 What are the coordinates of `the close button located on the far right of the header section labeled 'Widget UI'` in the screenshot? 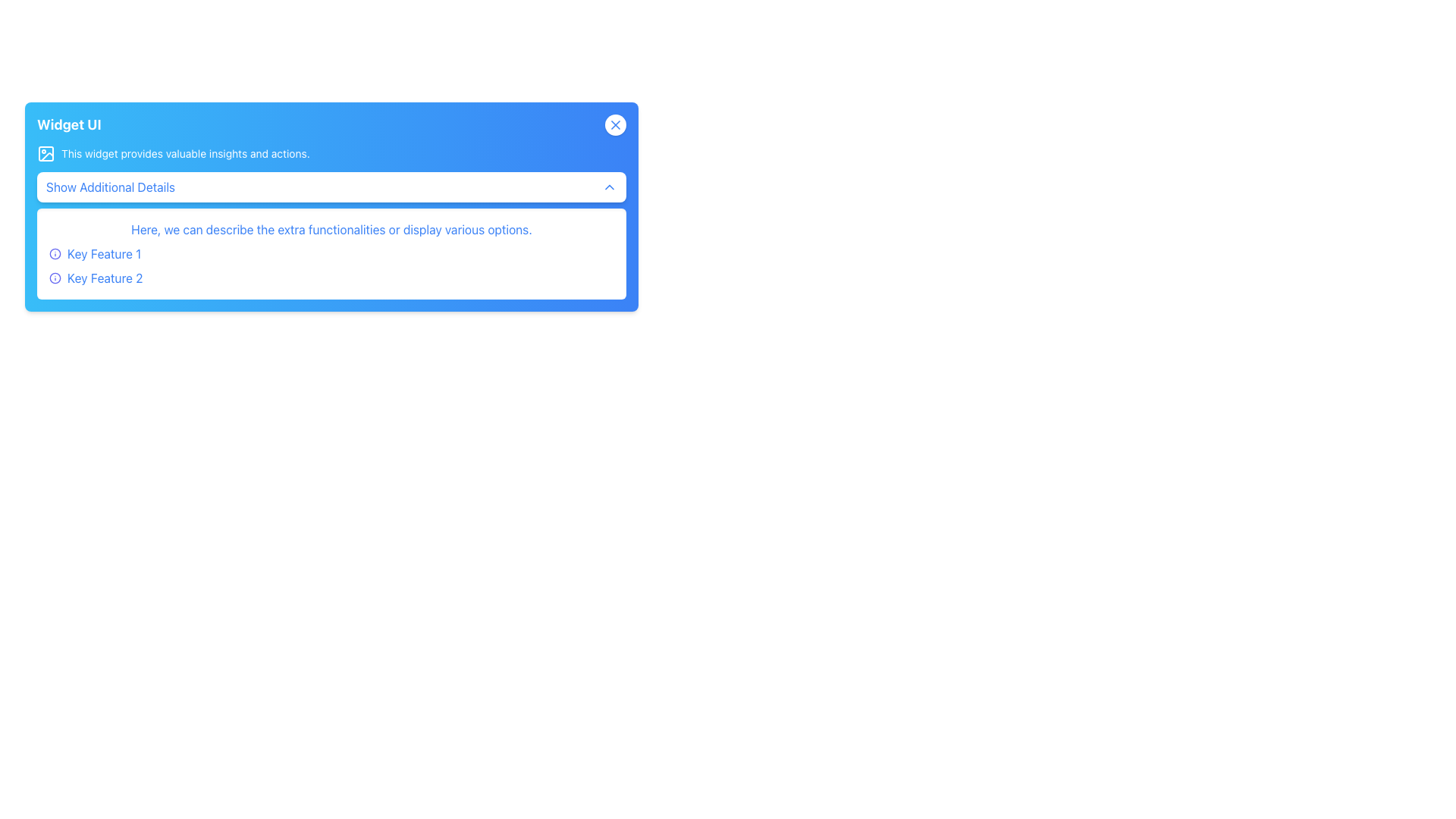 It's located at (615, 124).